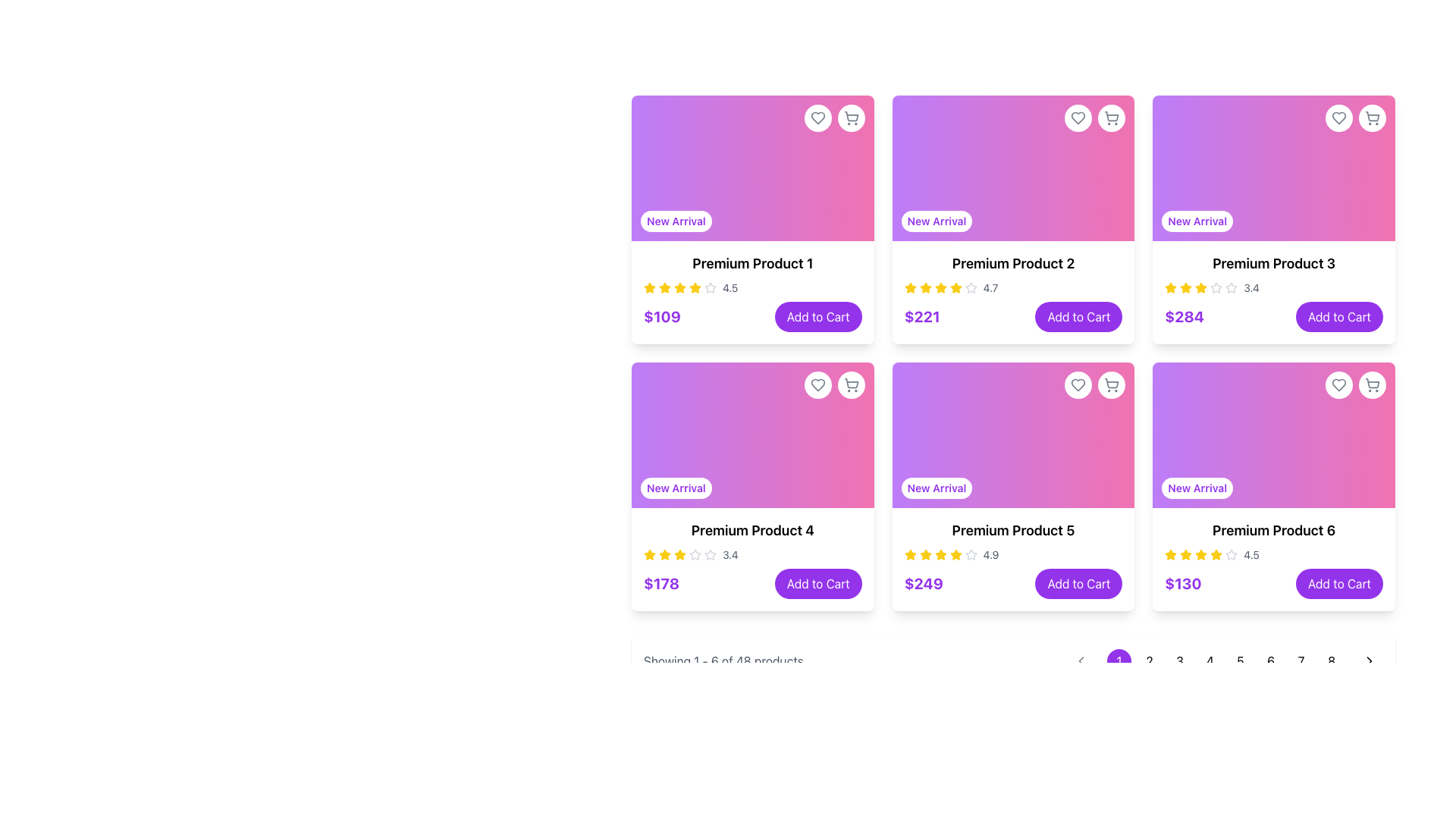 The width and height of the screenshot is (1456, 819). Describe the element at coordinates (1078, 117) in the screenshot. I see `the favorite button located at the top-right corner of the card for 'Premium Product 2' to mark the product as a favorite` at that location.